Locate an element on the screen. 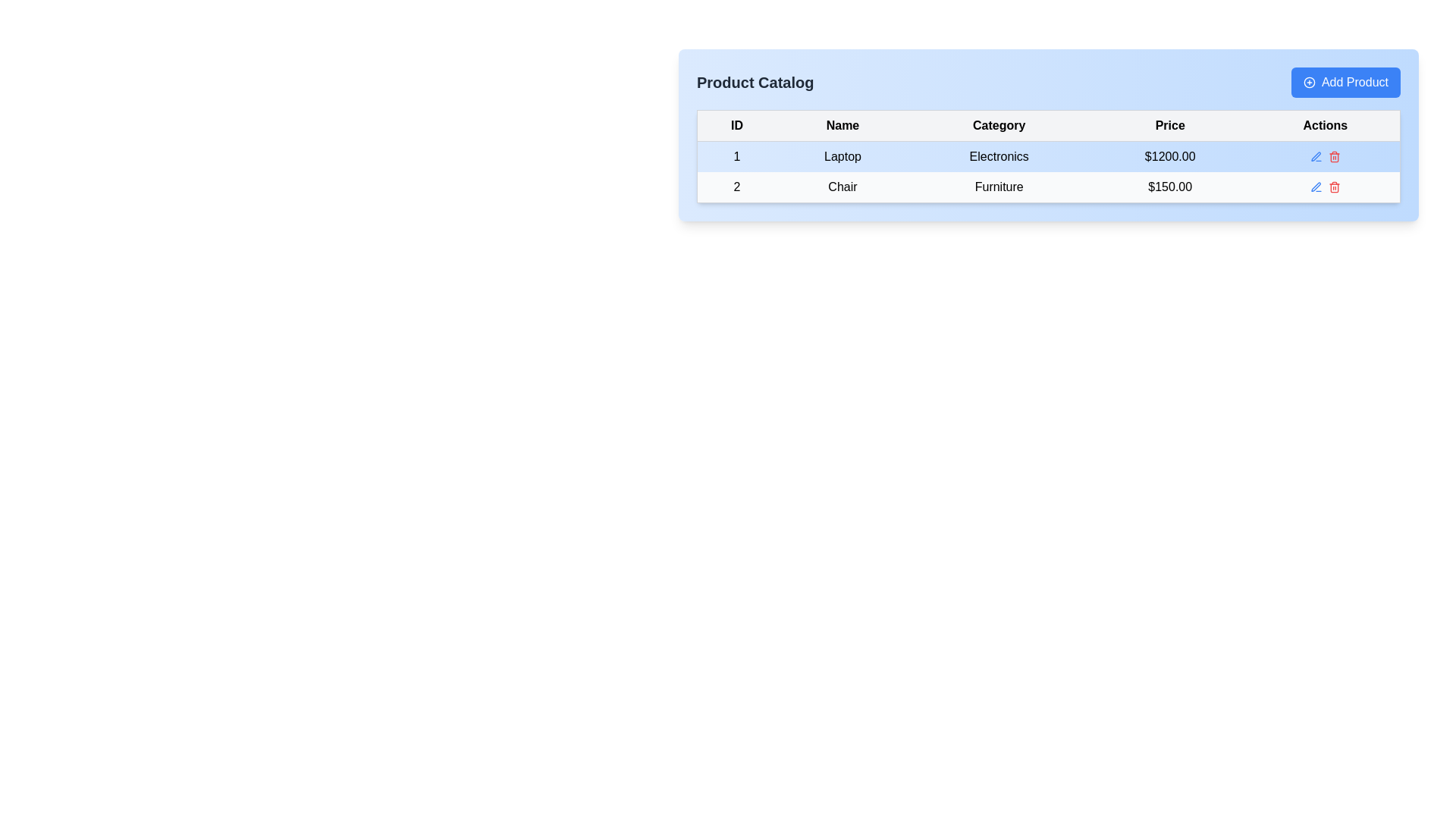 Image resolution: width=1456 pixels, height=819 pixels. the red trash bin icon button located in the 'Actions' column of the data table for accessibility purposes is located at coordinates (1333, 186).